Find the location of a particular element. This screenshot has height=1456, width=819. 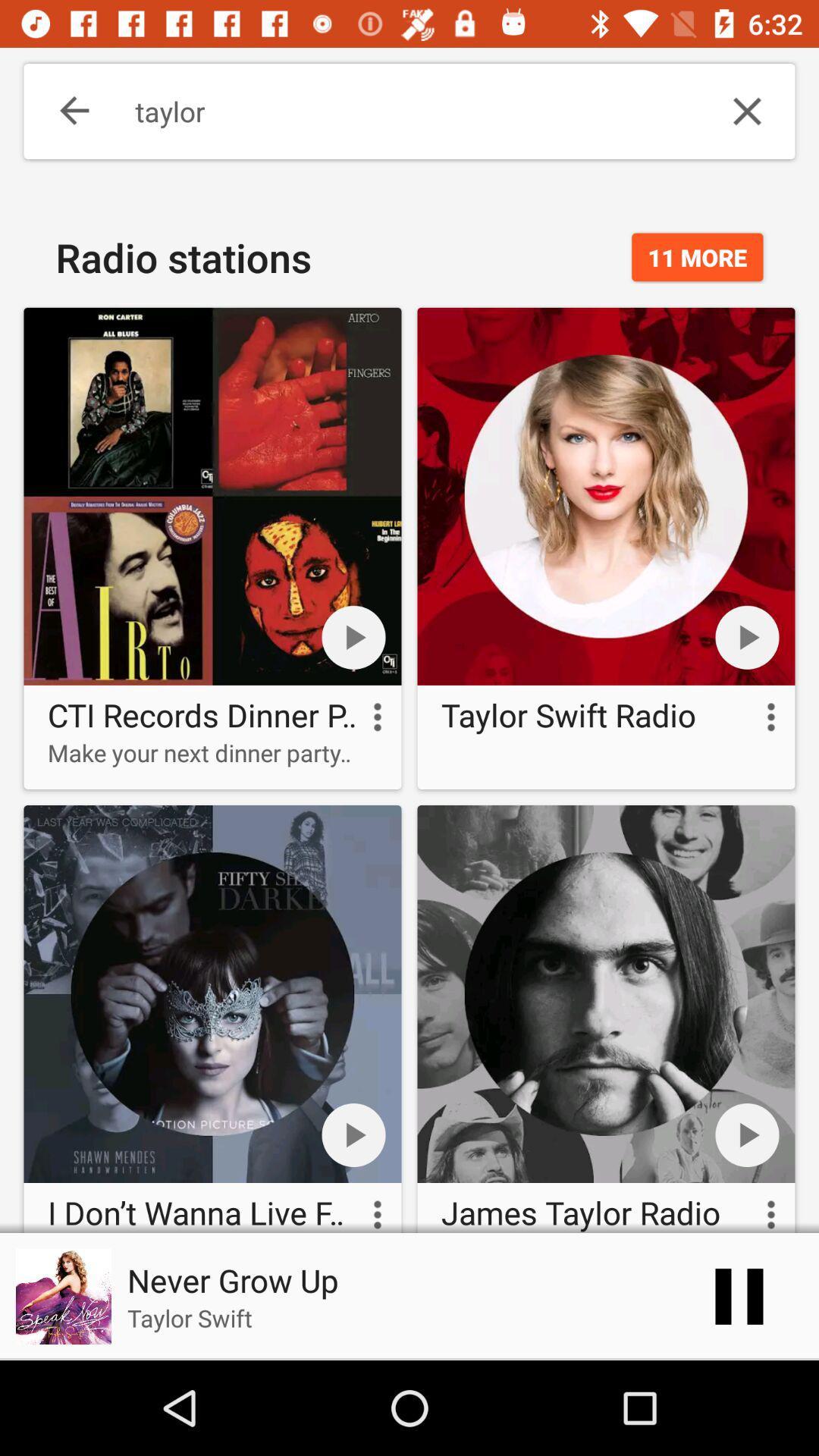

fourth image under radio stations is located at coordinates (605, 1015).